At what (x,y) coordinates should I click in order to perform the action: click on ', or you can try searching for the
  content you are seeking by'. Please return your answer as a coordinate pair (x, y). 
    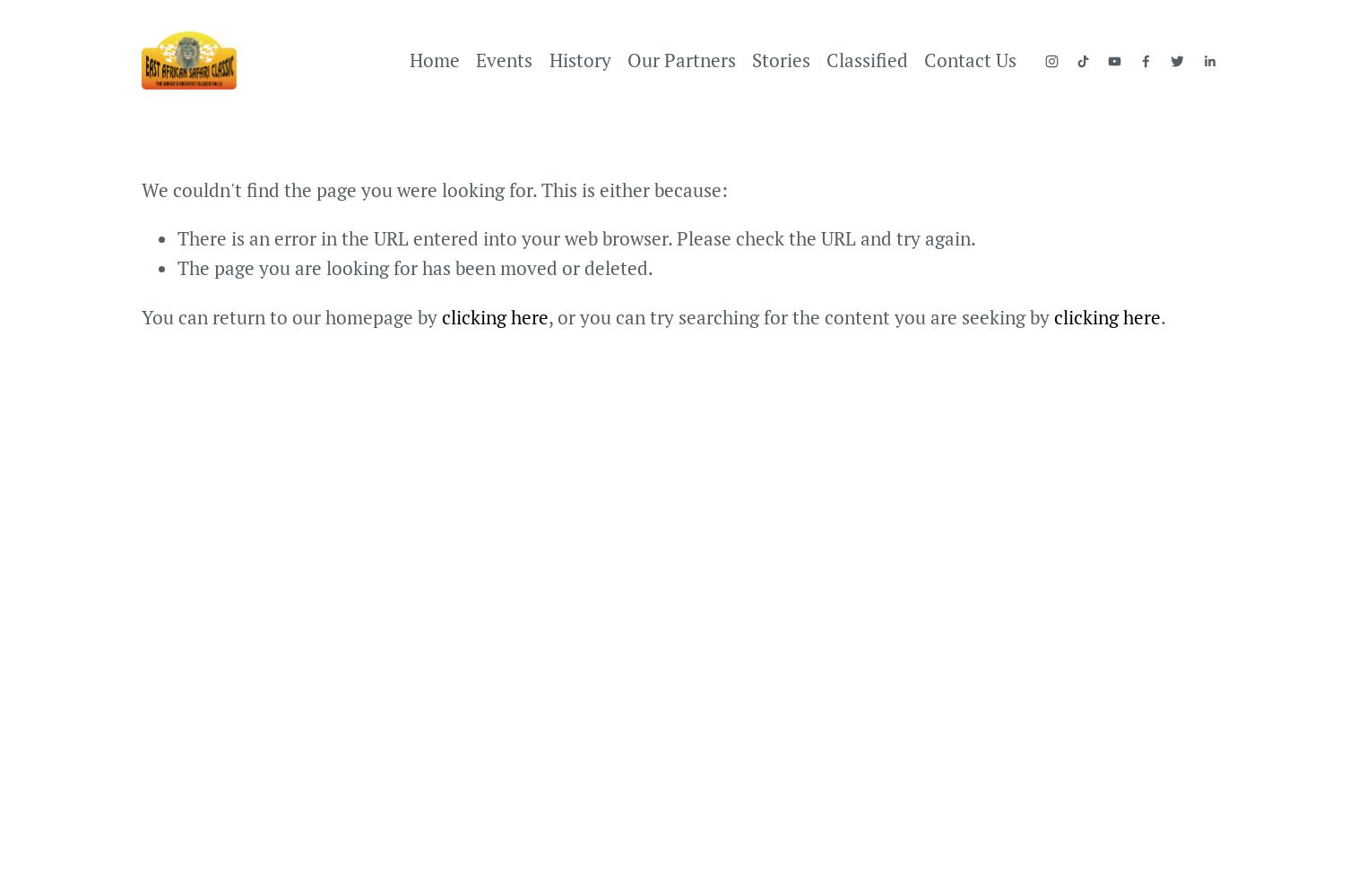
    Looking at the image, I should click on (546, 315).